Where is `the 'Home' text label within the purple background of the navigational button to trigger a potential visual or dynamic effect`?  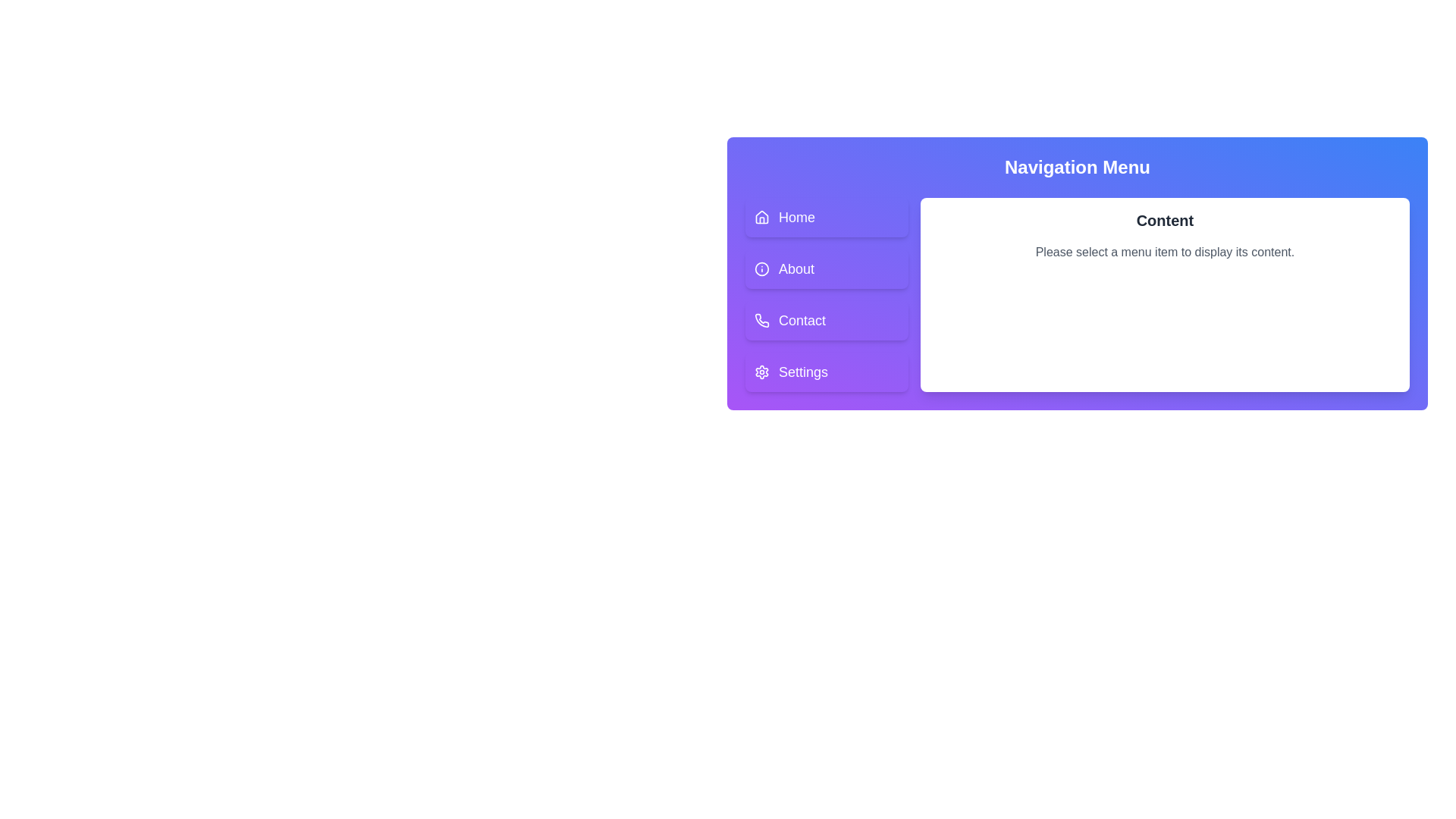 the 'Home' text label within the purple background of the navigational button to trigger a potential visual or dynamic effect is located at coordinates (796, 217).